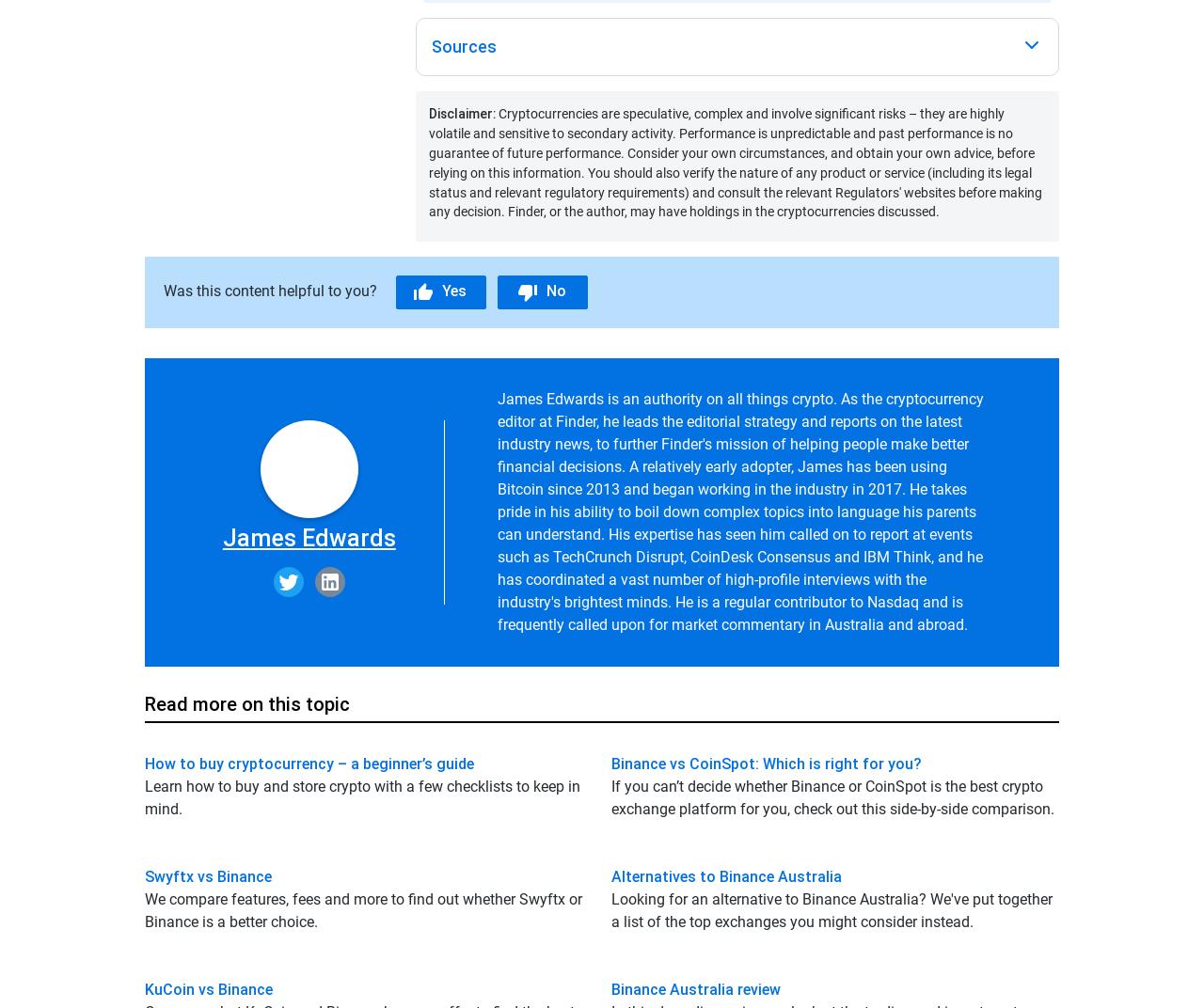  What do you see at coordinates (832, 795) in the screenshot?
I see `'If you can’t decide whether Binance or CoinSpot is the best crypto exchange platform for you, check out this side-by-side comparison.'` at bounding box center [832, 795].